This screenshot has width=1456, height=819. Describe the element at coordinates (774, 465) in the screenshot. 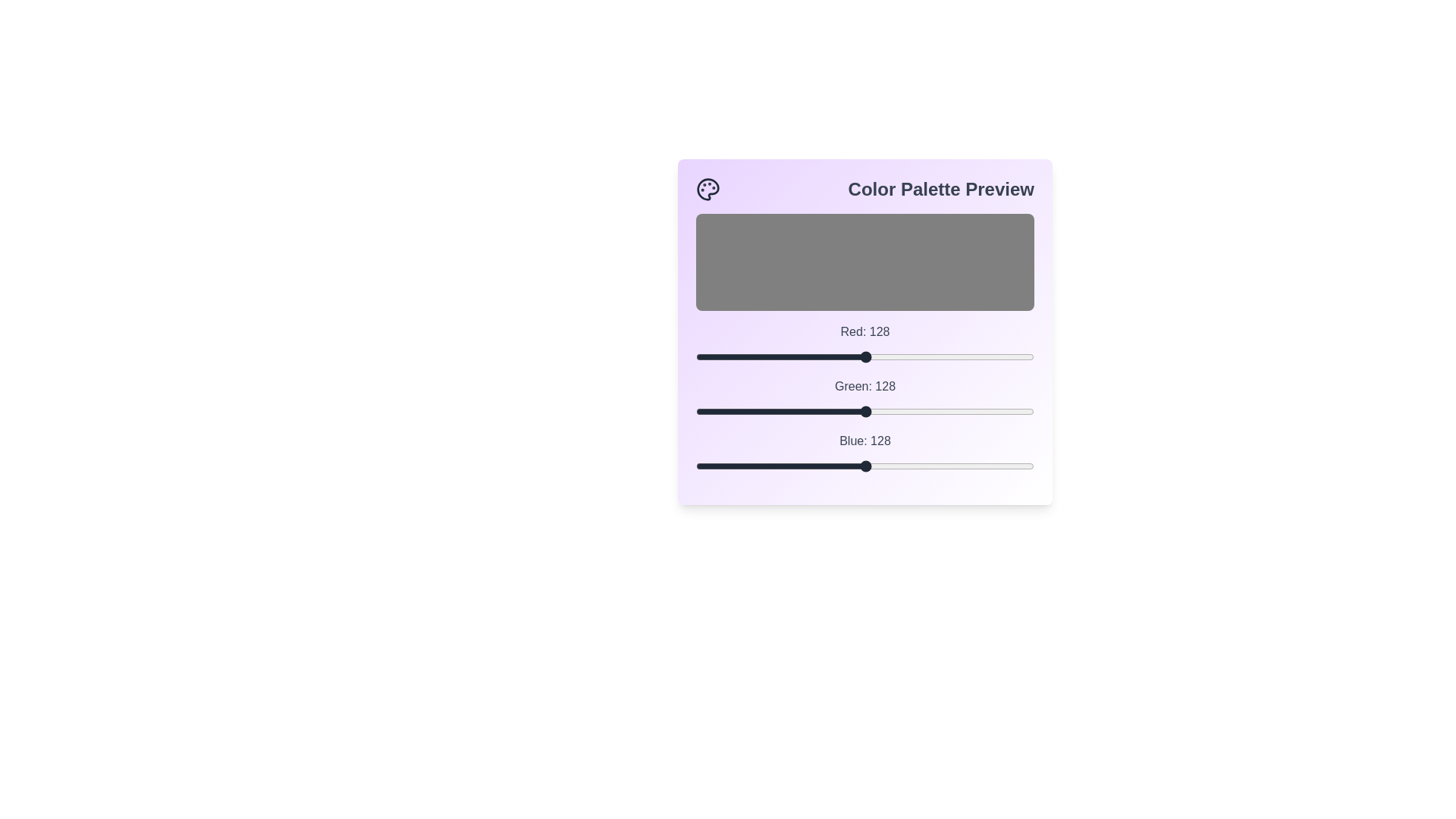

I see `the blue component` at that location.